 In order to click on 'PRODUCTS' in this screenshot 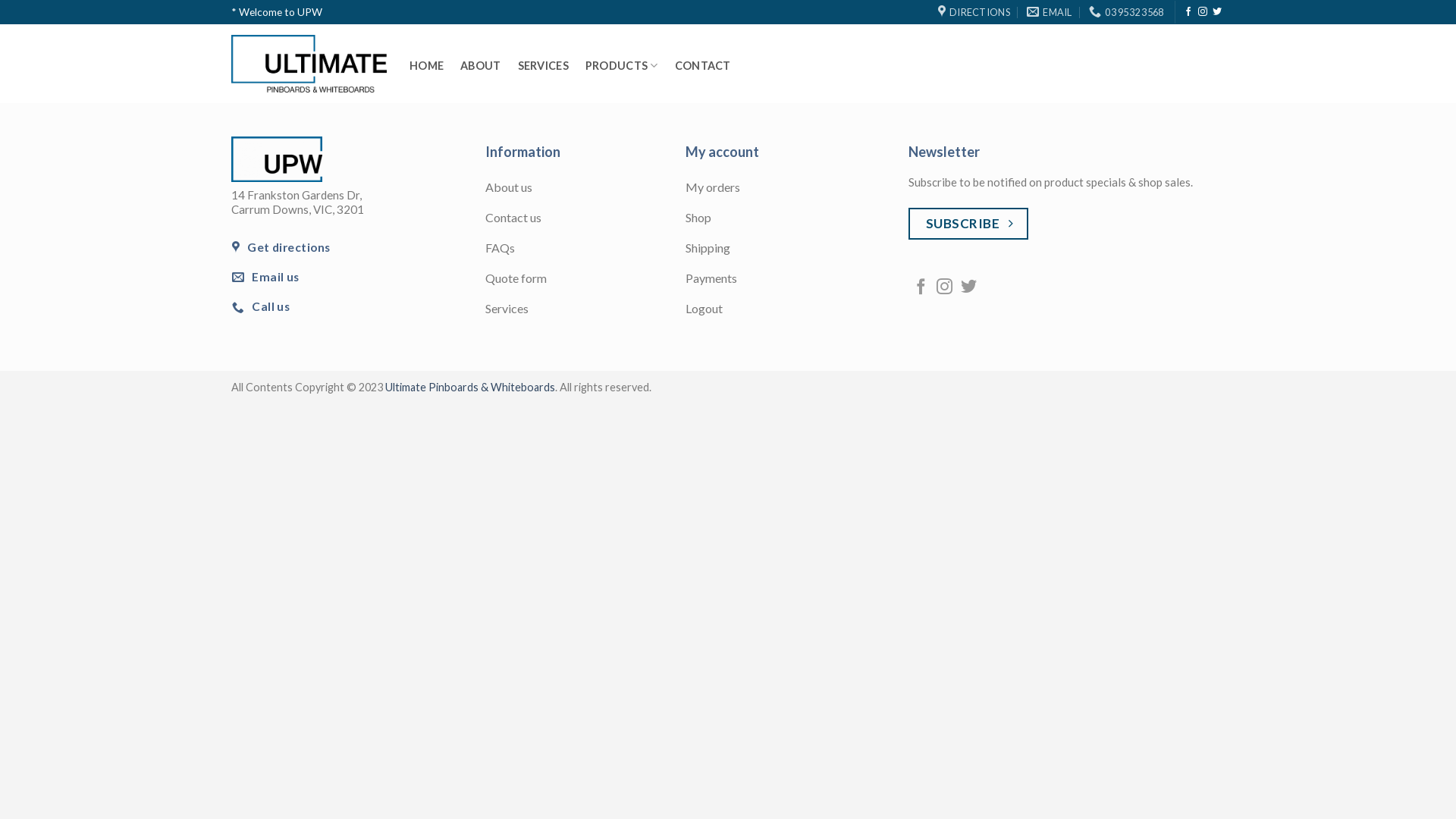, I will do `click(585, 65)`.